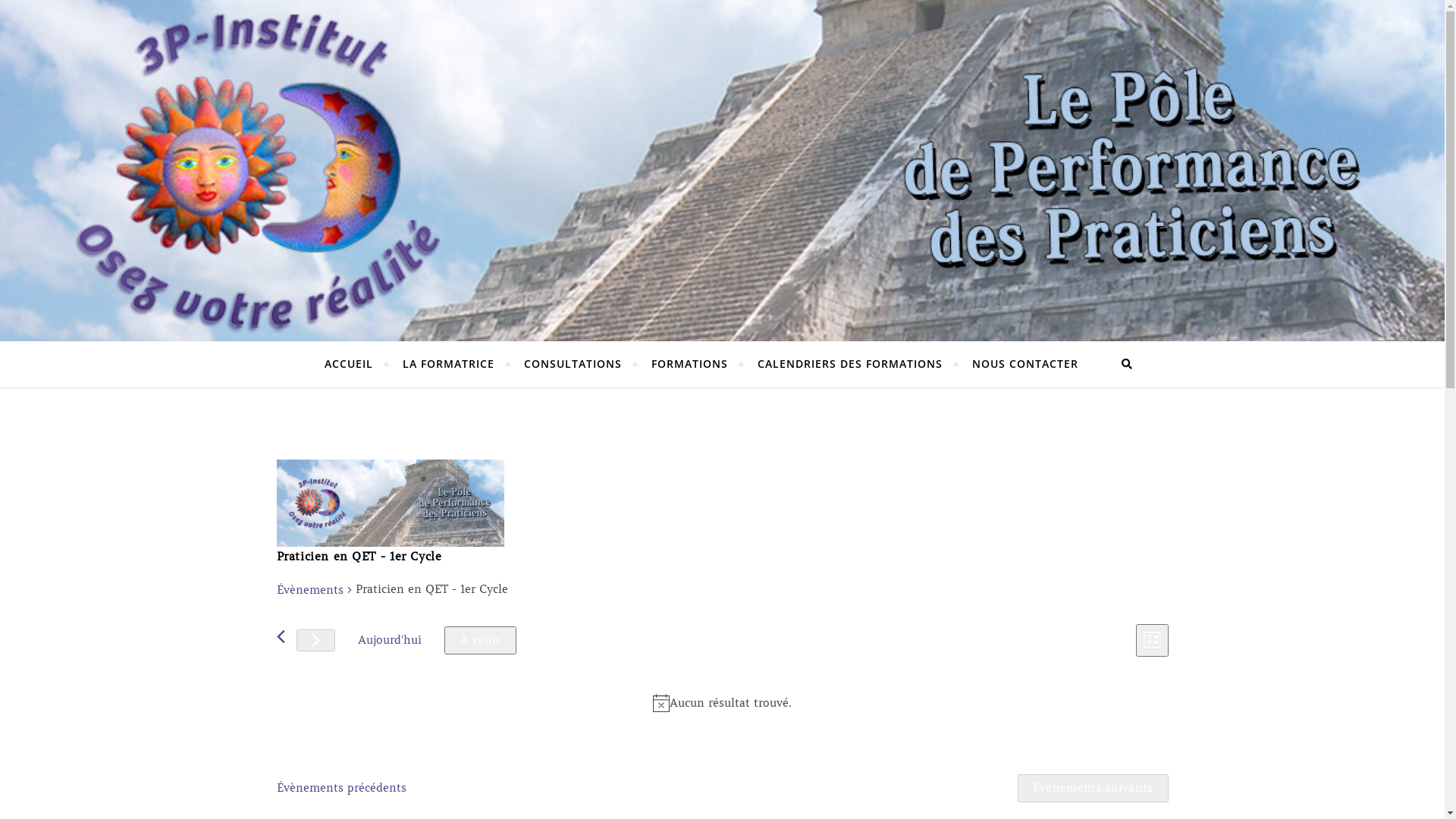 Image resolution: width=1456 pixels, height=819 pixels. What do you see at coordinates (638, 363) in the screenshot?
I see `'FORMATIONS'` at bounding box center [638, 363].